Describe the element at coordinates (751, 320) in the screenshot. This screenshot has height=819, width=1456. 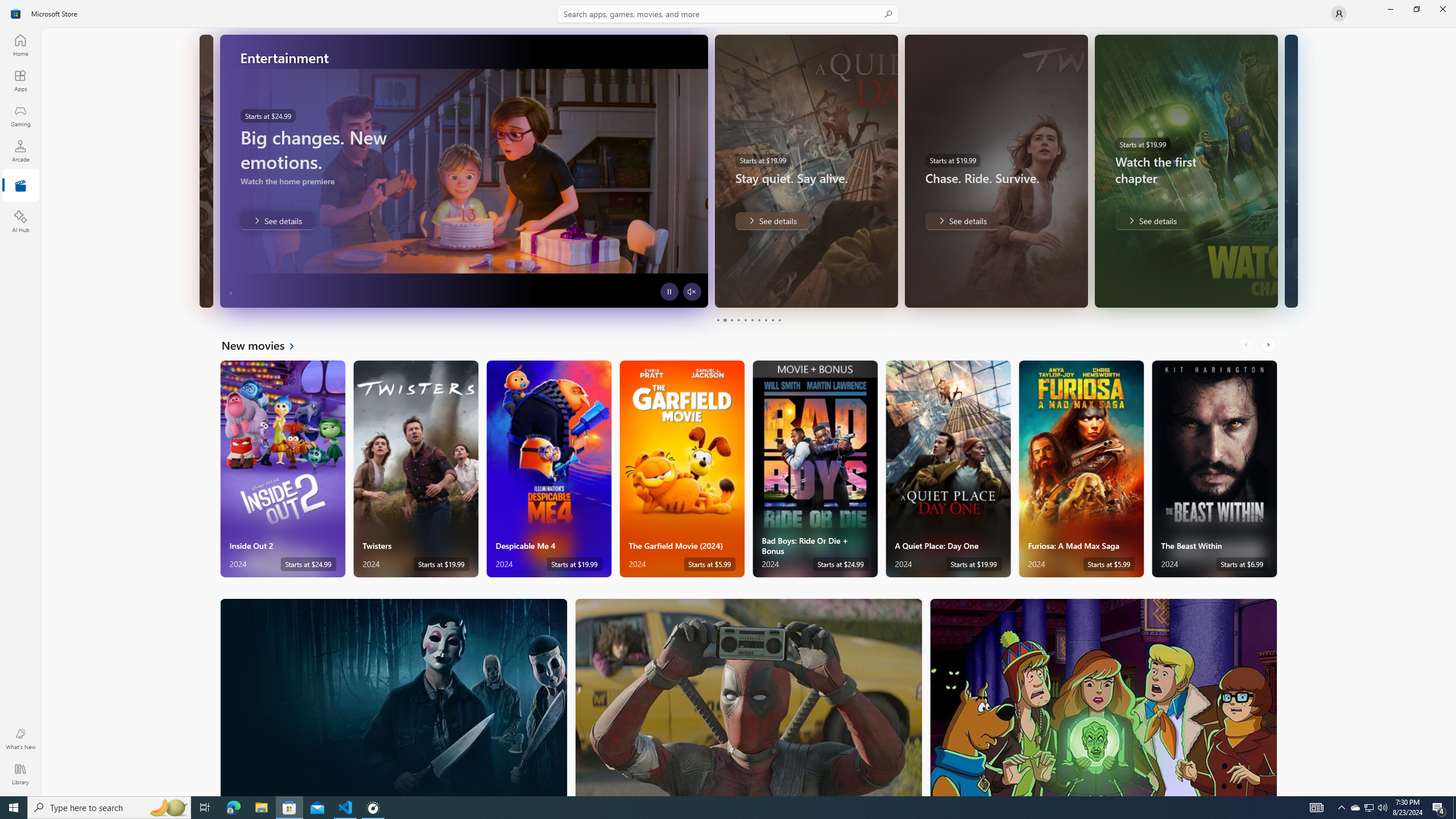
I see `'Page 6'` at that location.